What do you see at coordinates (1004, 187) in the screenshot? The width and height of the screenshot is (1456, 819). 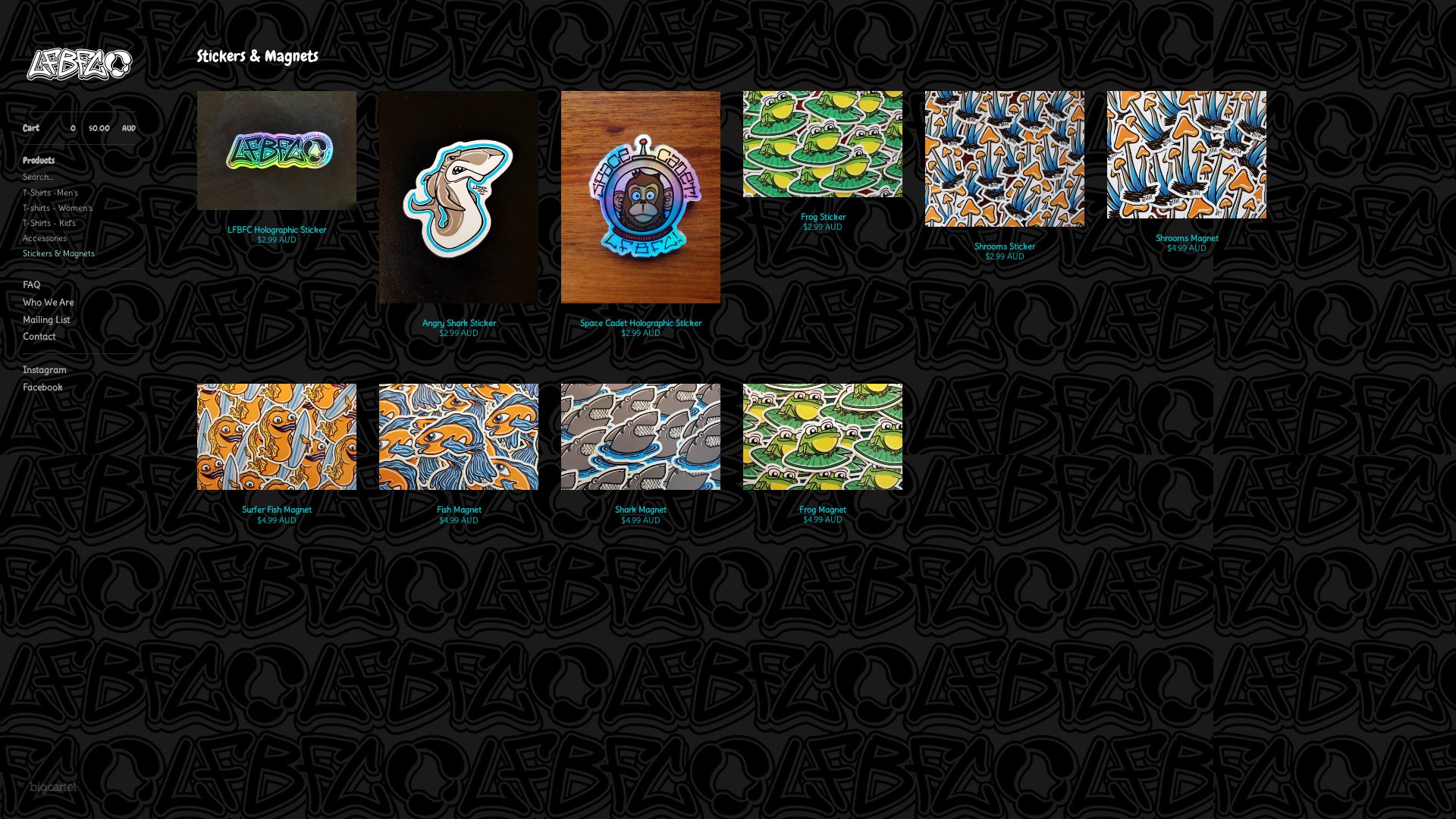 I see `'Shrooms Sticker` at bounding box center [1004, 187].